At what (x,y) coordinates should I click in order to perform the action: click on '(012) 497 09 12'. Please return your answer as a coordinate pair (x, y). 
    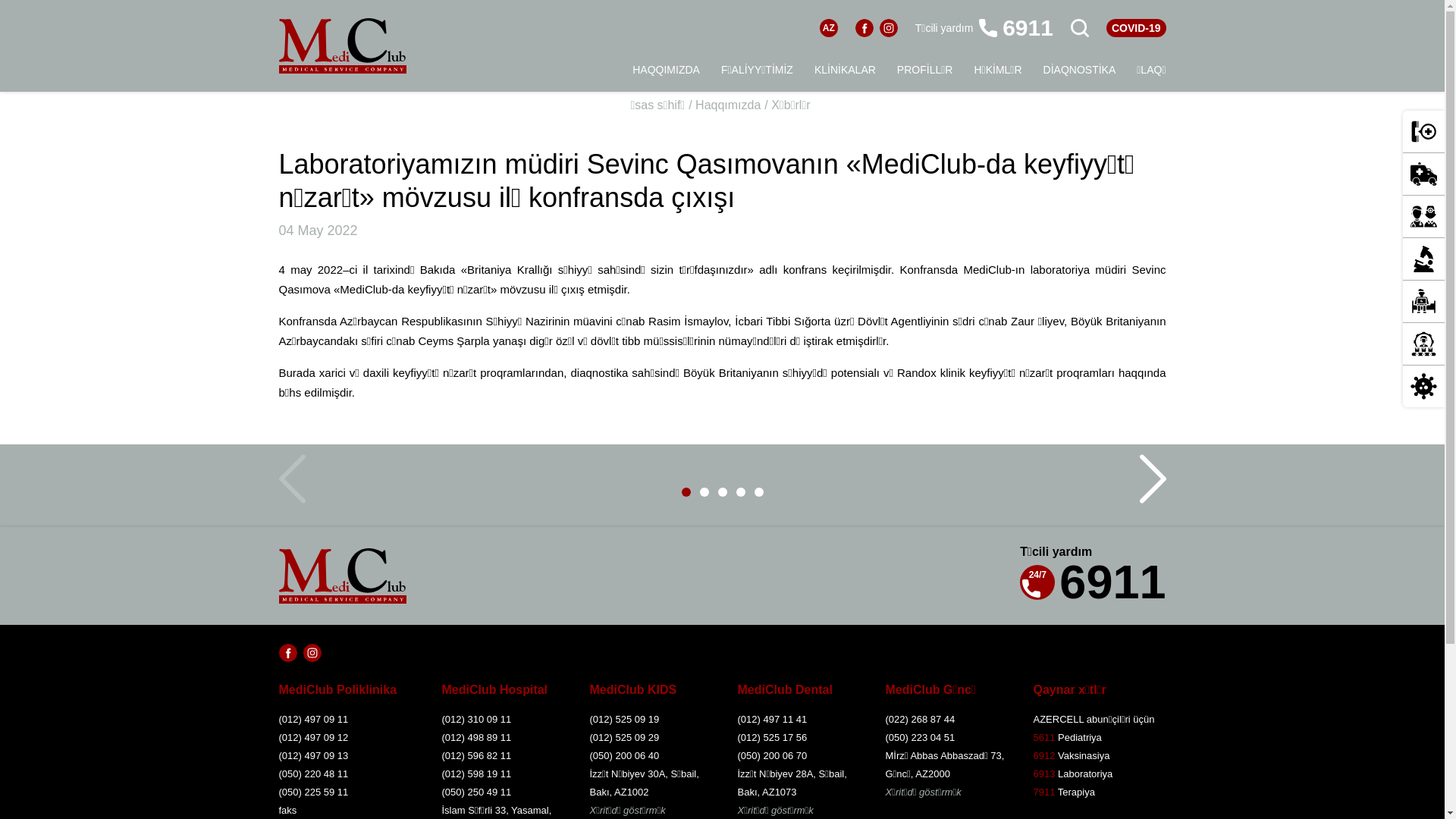
    Looking at the image, I should click on (346, 736).